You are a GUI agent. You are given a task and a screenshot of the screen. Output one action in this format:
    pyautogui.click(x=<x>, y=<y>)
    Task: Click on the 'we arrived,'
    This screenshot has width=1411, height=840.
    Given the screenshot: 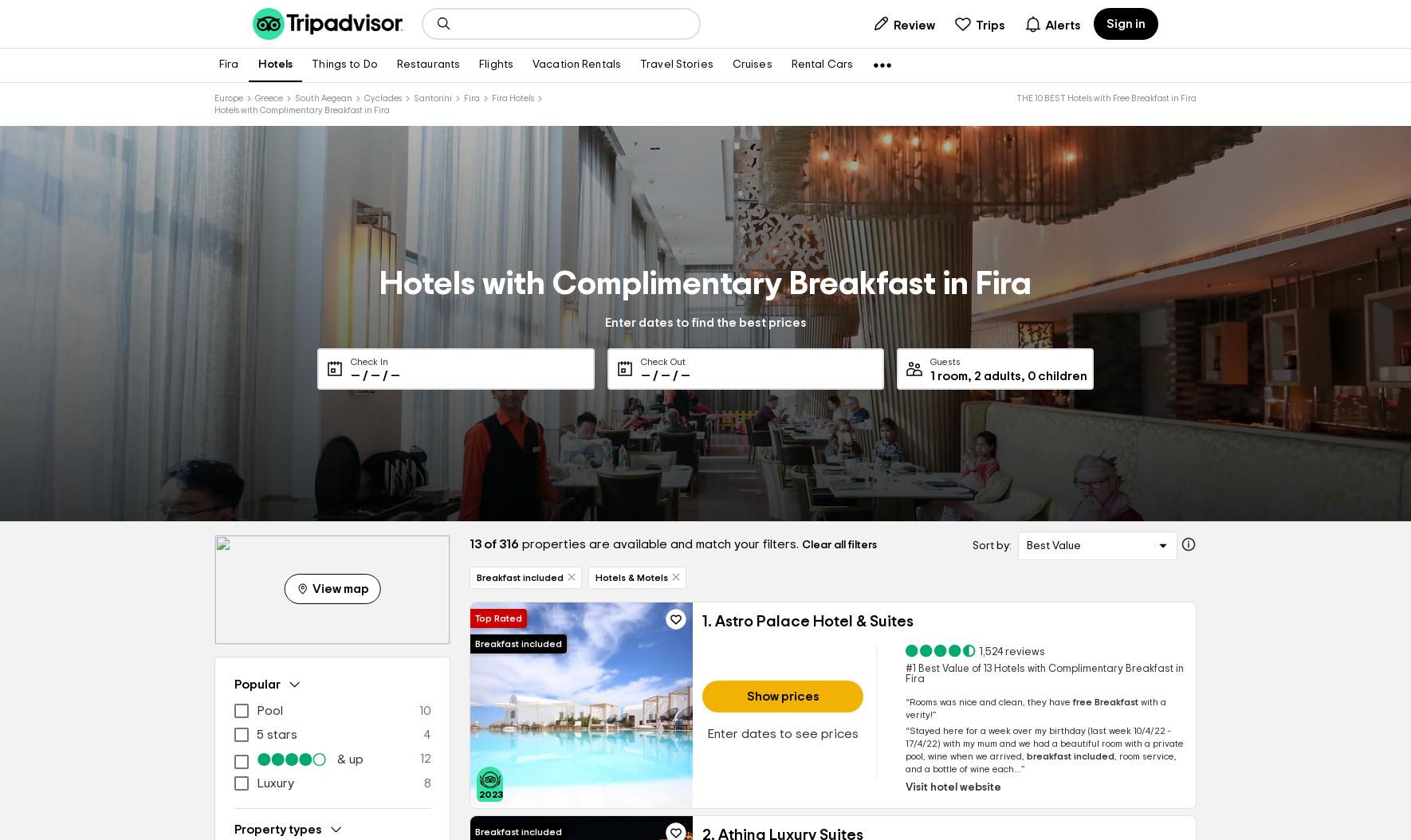 What is the action you would take?
    pyautogui.click(x=998, y=756)
    